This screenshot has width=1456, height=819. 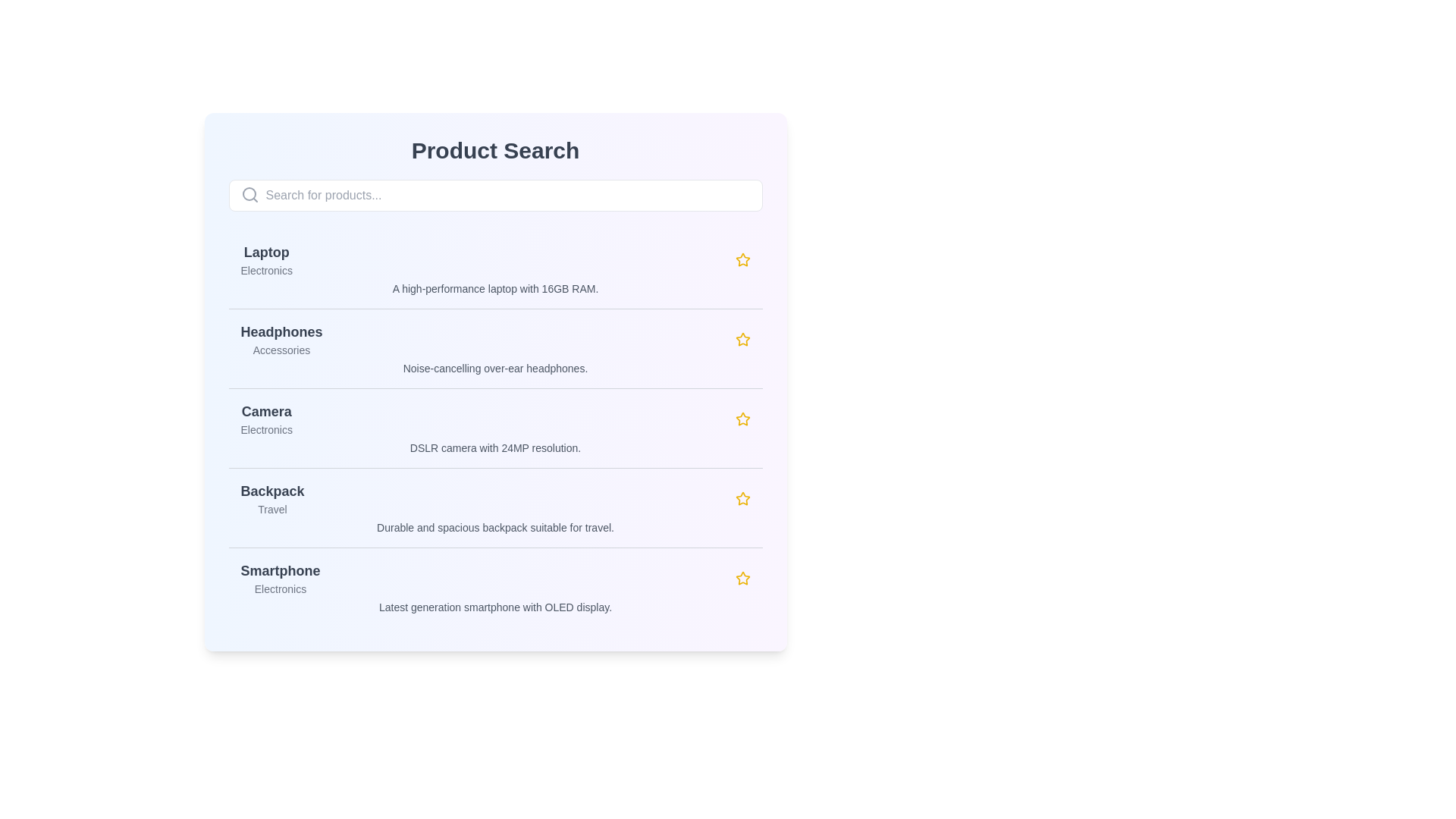 I want to click on textual description element located under the 'Accessories' header in the 'Headphones' section, so click(x=495, y=369).